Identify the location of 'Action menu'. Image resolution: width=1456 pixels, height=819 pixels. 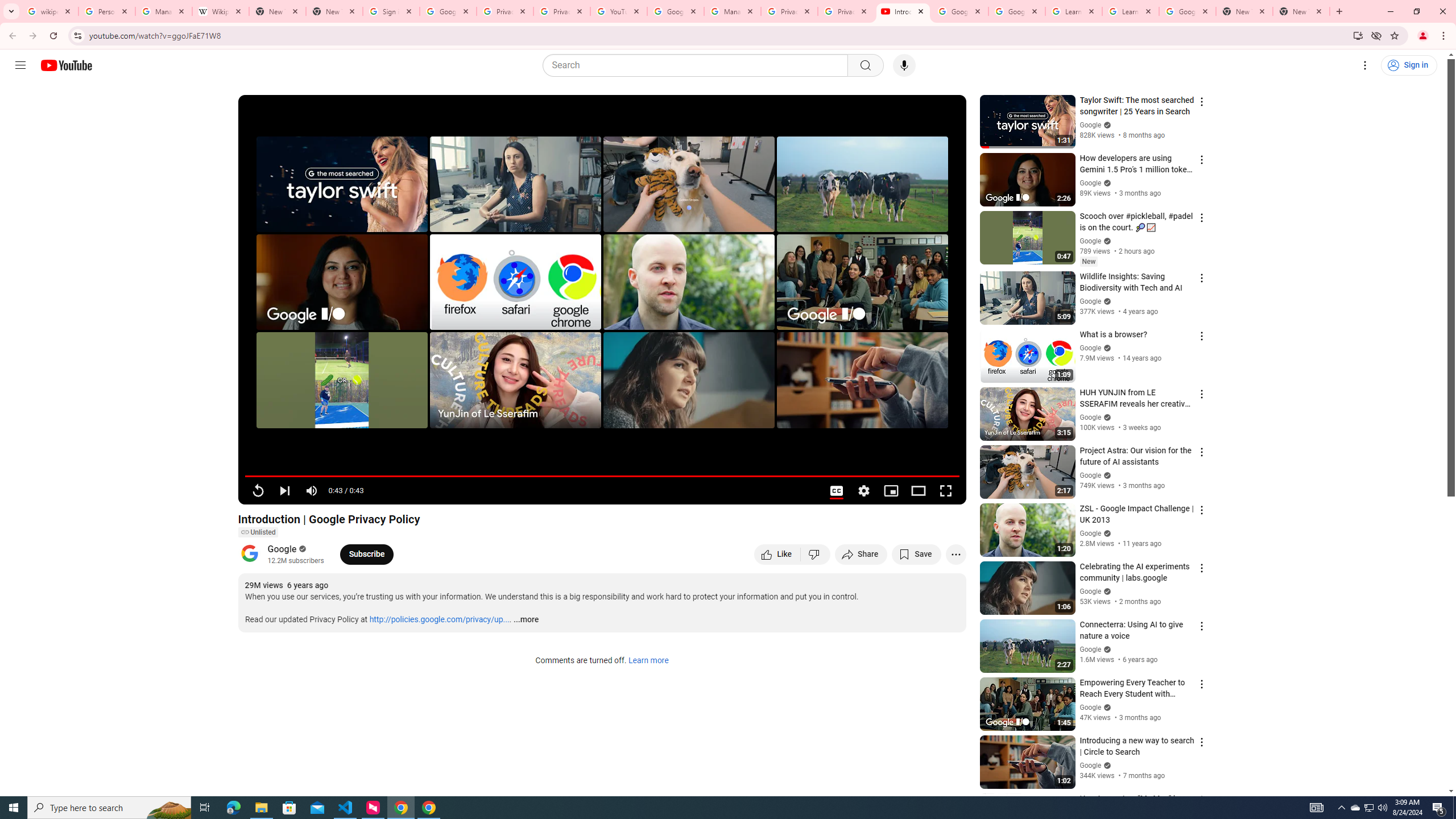
(1201, 799).